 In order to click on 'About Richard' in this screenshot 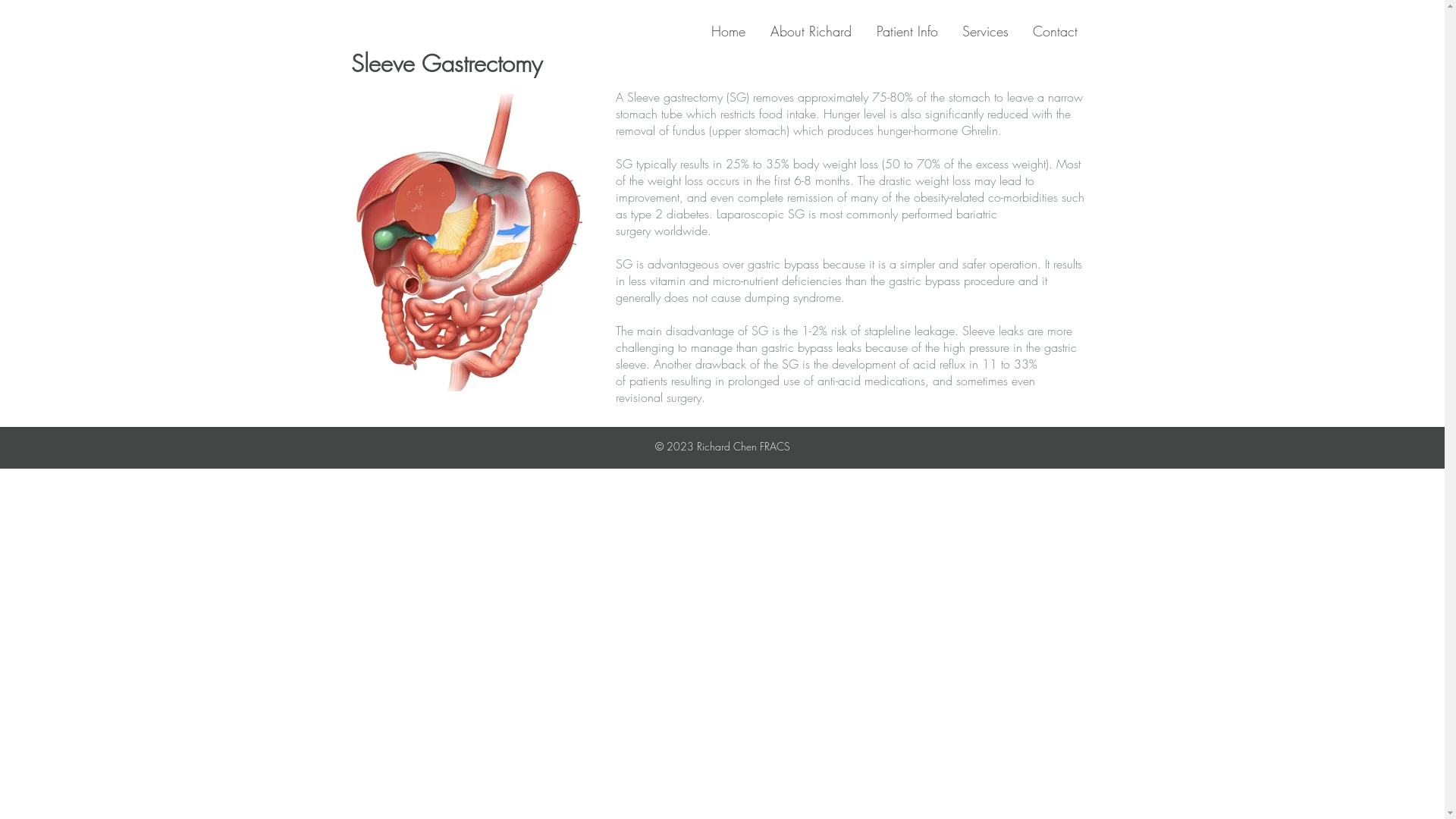, I will do `click(814, 31)`.